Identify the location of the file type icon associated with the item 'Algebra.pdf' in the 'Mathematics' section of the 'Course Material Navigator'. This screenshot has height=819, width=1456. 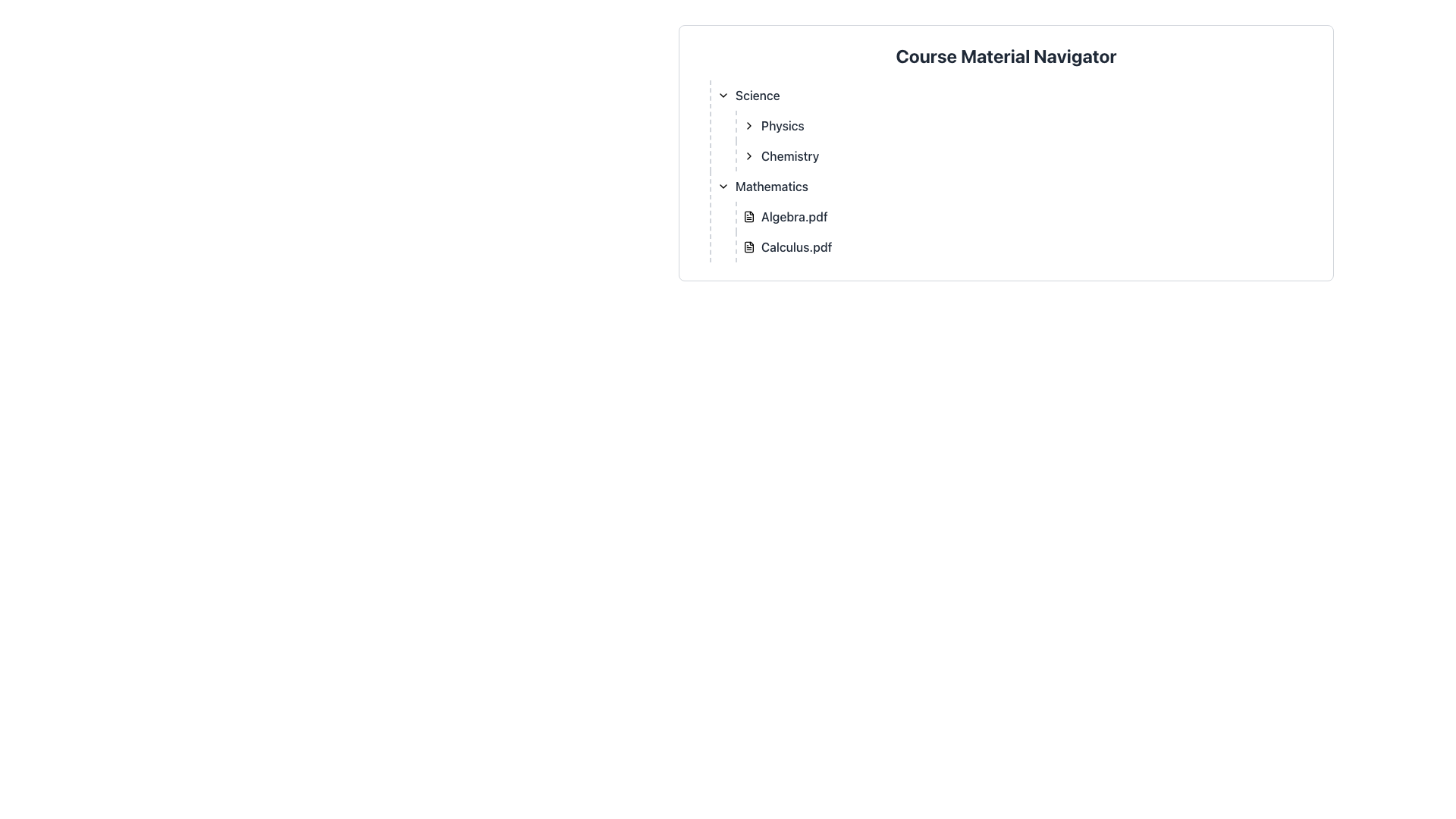
(749, 216).